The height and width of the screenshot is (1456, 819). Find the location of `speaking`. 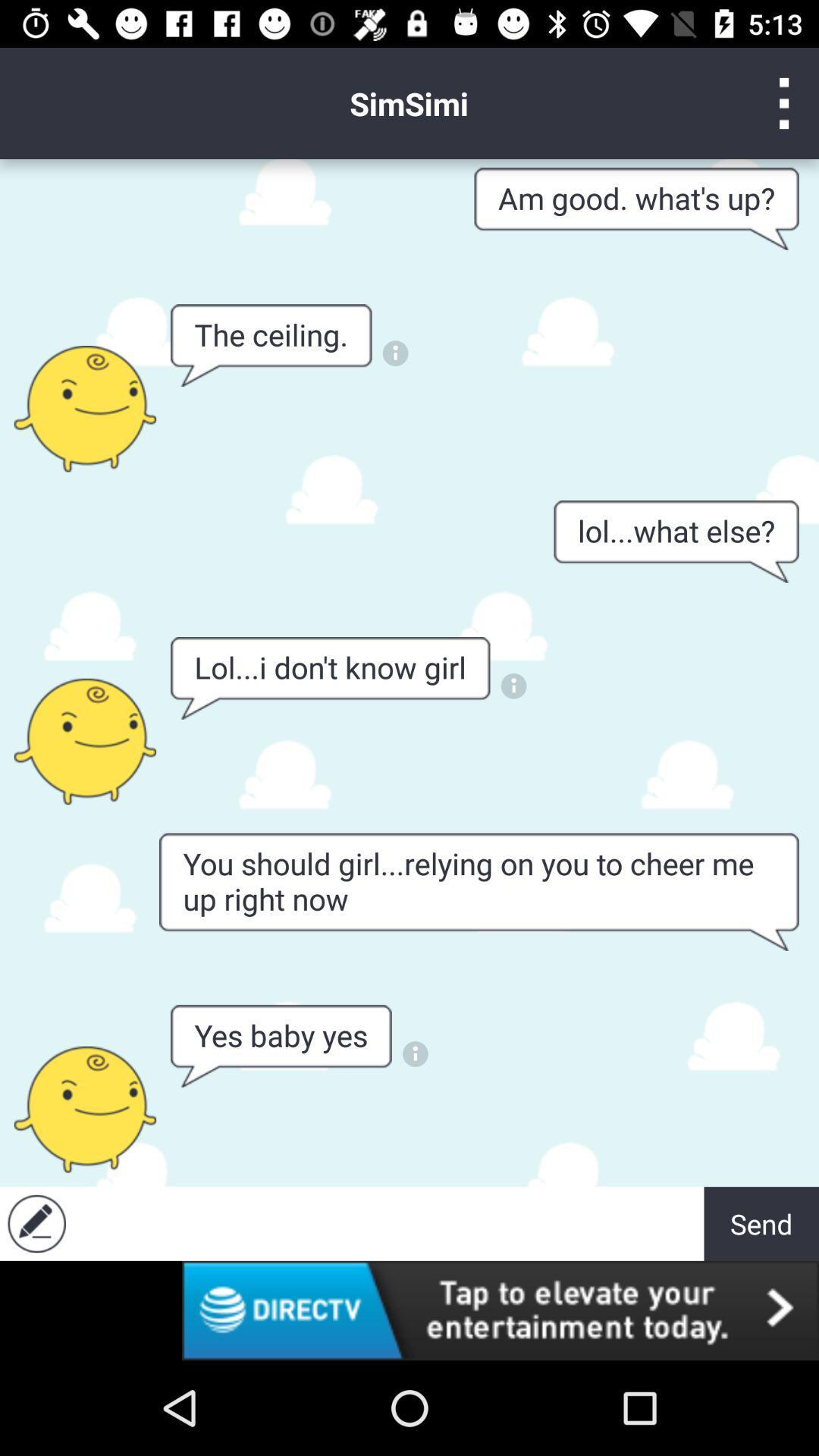

speaking is located at coordinates (85, 742).